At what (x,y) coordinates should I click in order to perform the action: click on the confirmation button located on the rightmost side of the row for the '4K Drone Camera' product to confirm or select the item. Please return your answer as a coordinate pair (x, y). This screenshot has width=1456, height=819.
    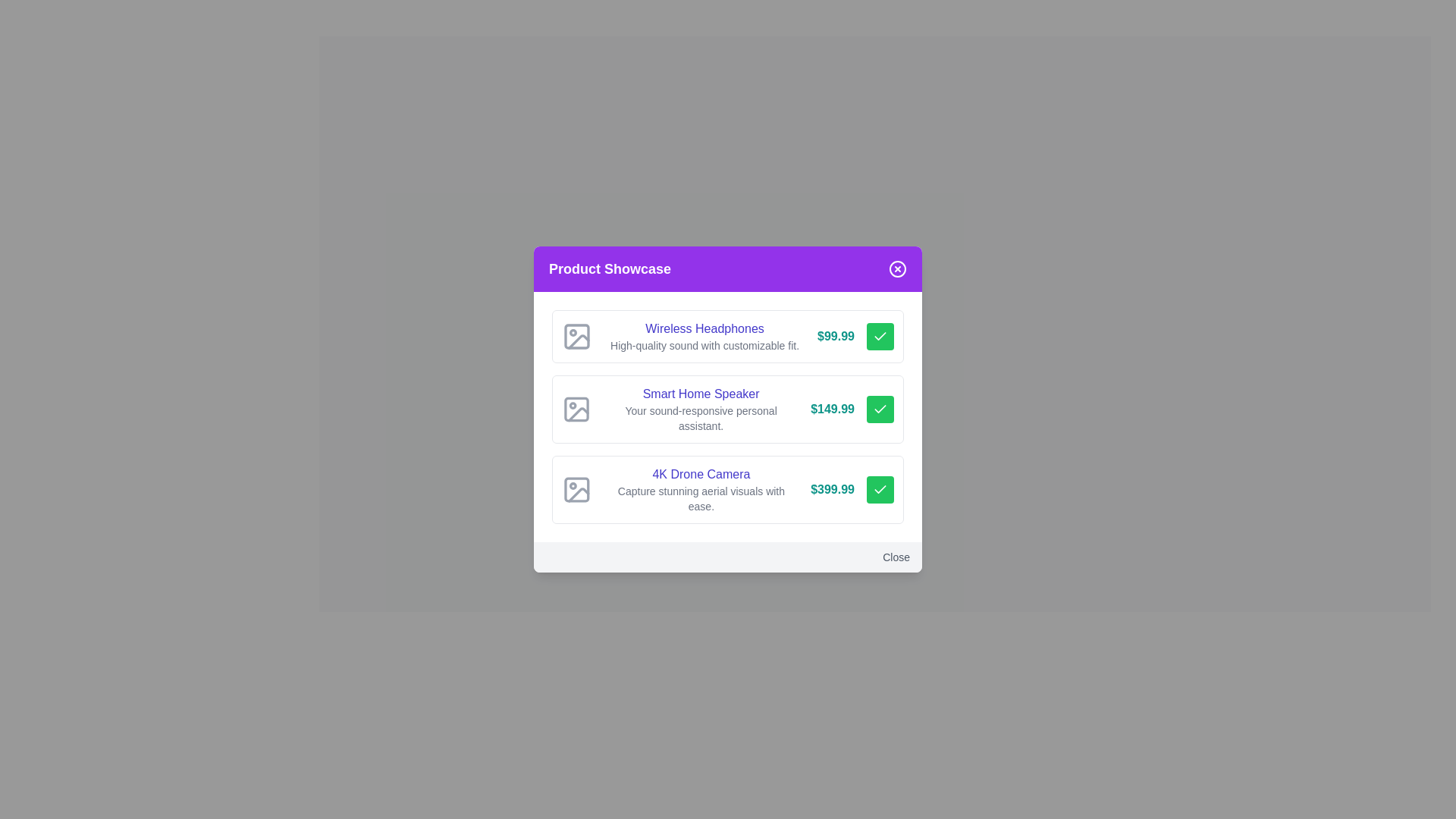
    Looking at the image, I should click on (880, 489).